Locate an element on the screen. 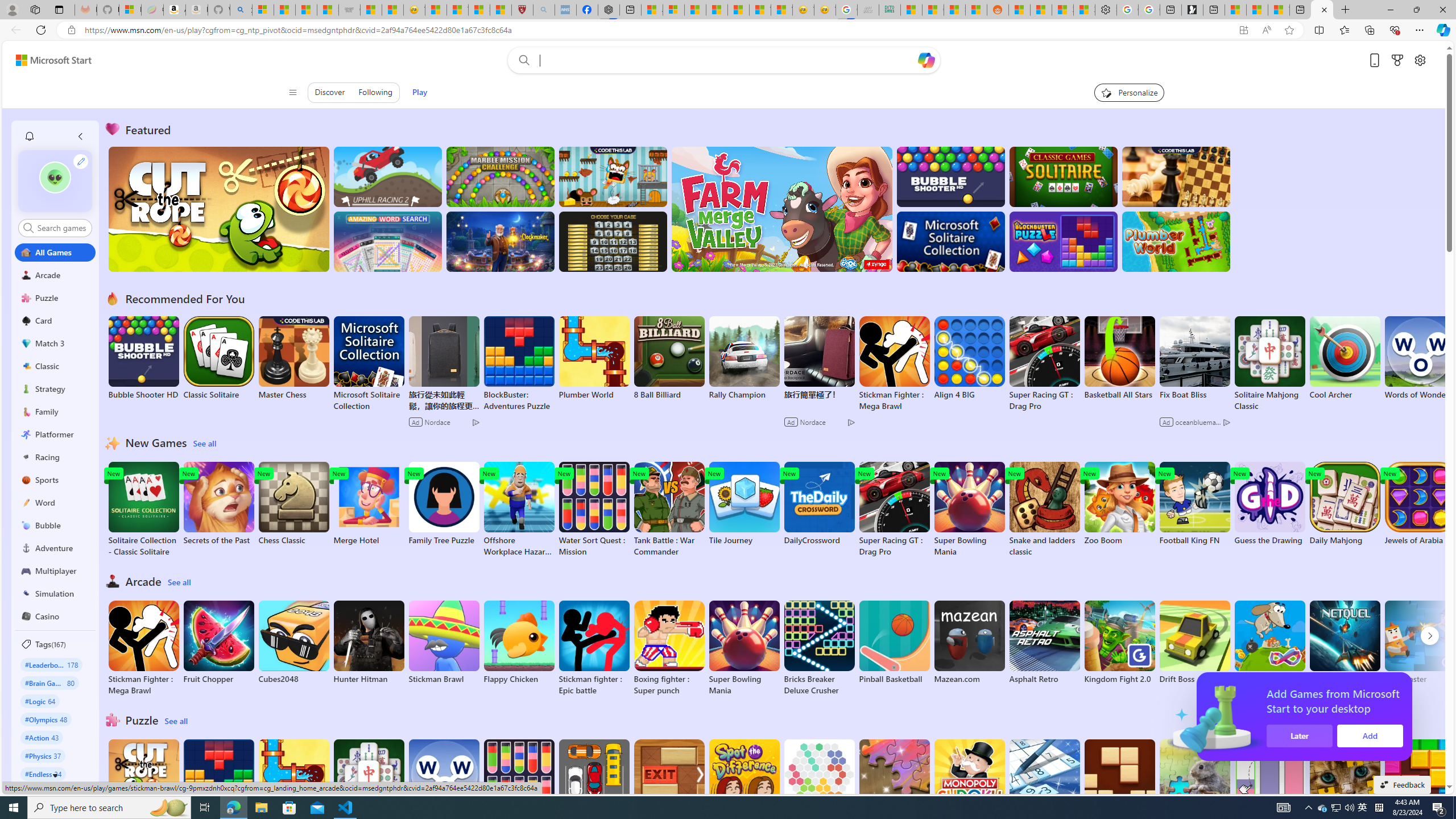  'Classic Solitaire' is located at coordinates (218, 358).